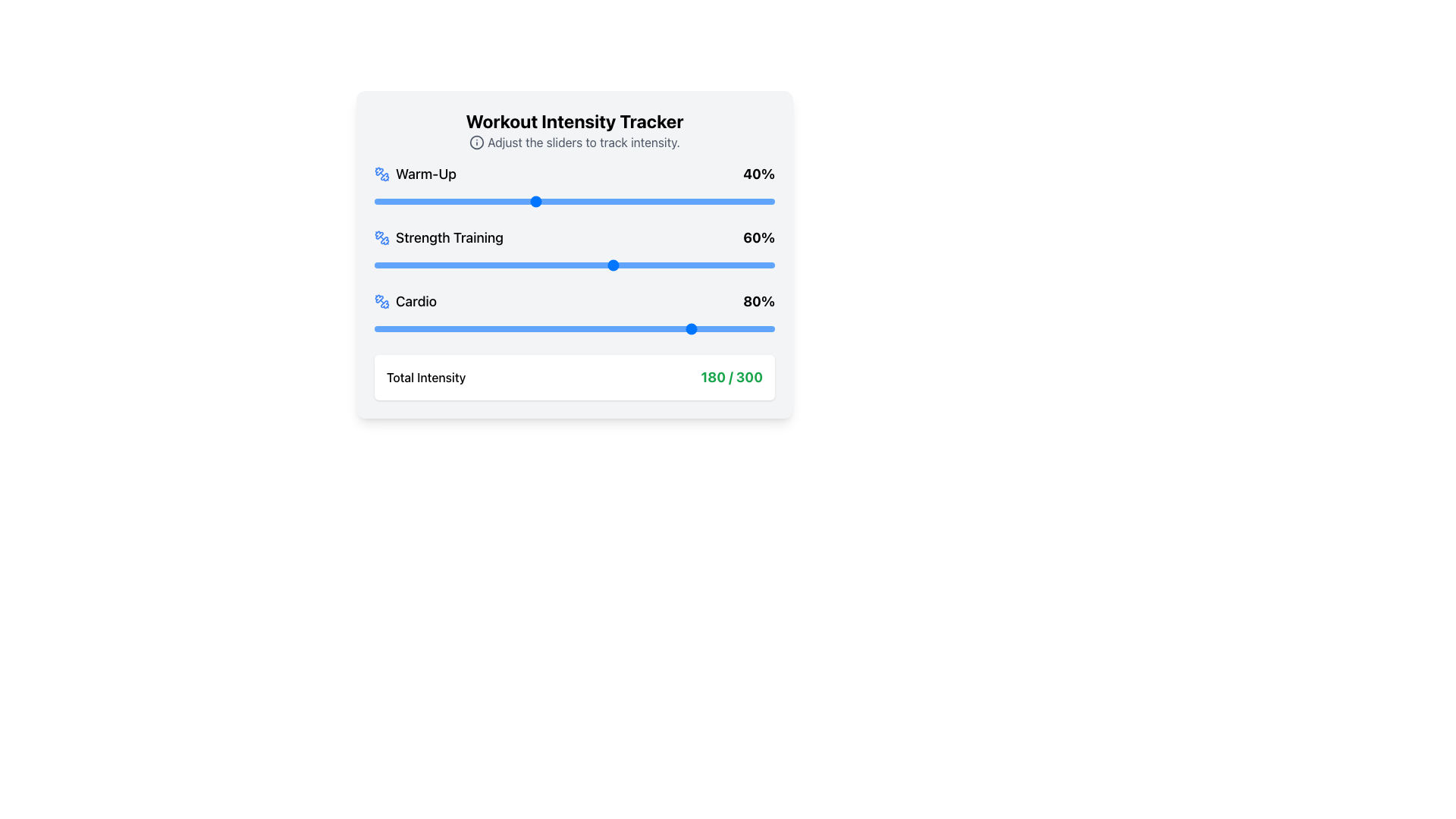 The height and width of the screenshot is (819, 1456). I want to click on the strength training intensity, so click(550, 265).